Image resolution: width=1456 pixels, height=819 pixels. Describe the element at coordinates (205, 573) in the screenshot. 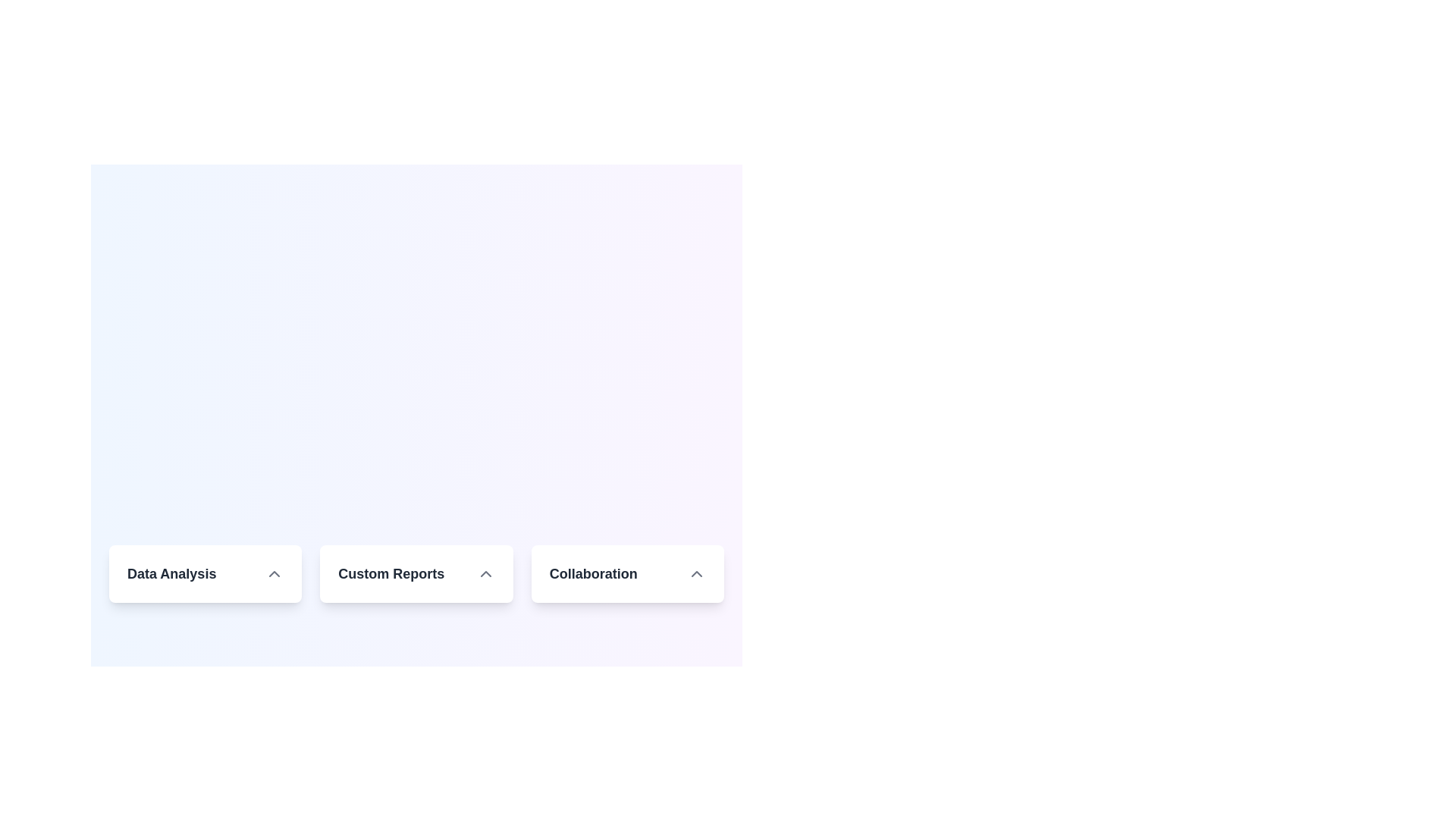

I see `the leftmost button in the horizontal layout` at that location.